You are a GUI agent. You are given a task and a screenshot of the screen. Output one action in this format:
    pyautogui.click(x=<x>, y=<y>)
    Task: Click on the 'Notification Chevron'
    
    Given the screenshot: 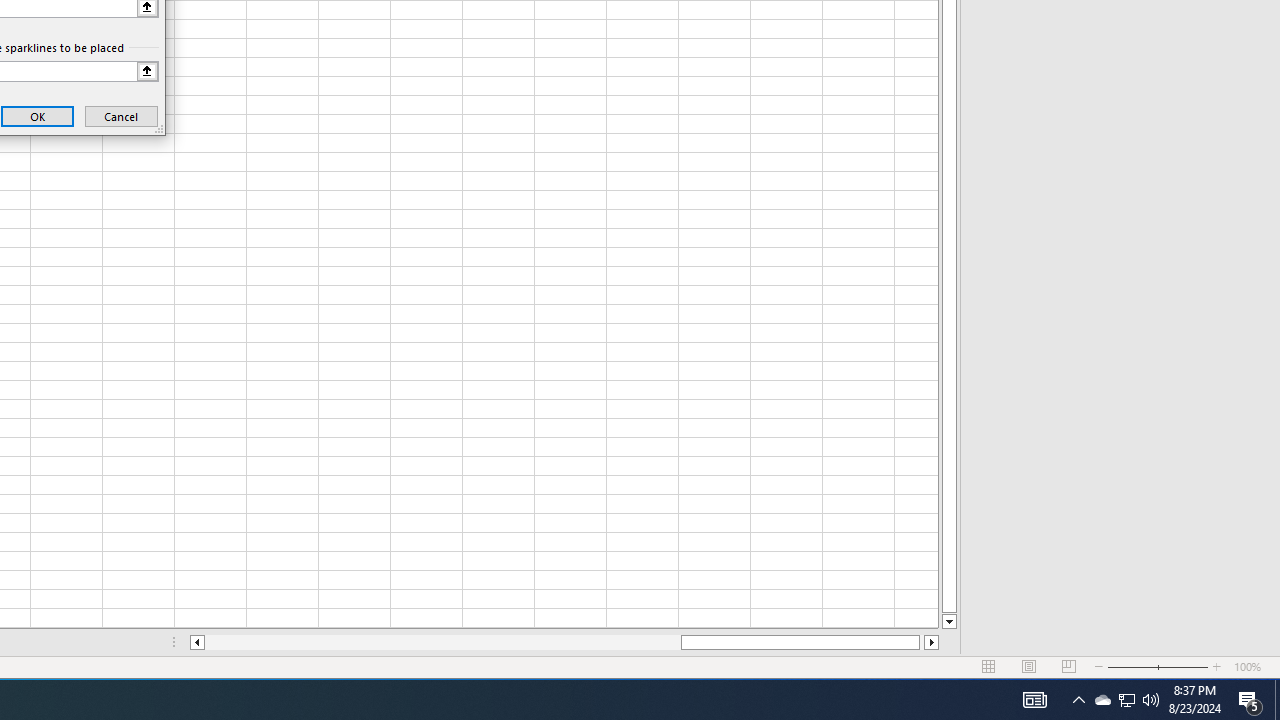 What is the action you would take?
    pyautogui.click(x=1127, y=698)
    